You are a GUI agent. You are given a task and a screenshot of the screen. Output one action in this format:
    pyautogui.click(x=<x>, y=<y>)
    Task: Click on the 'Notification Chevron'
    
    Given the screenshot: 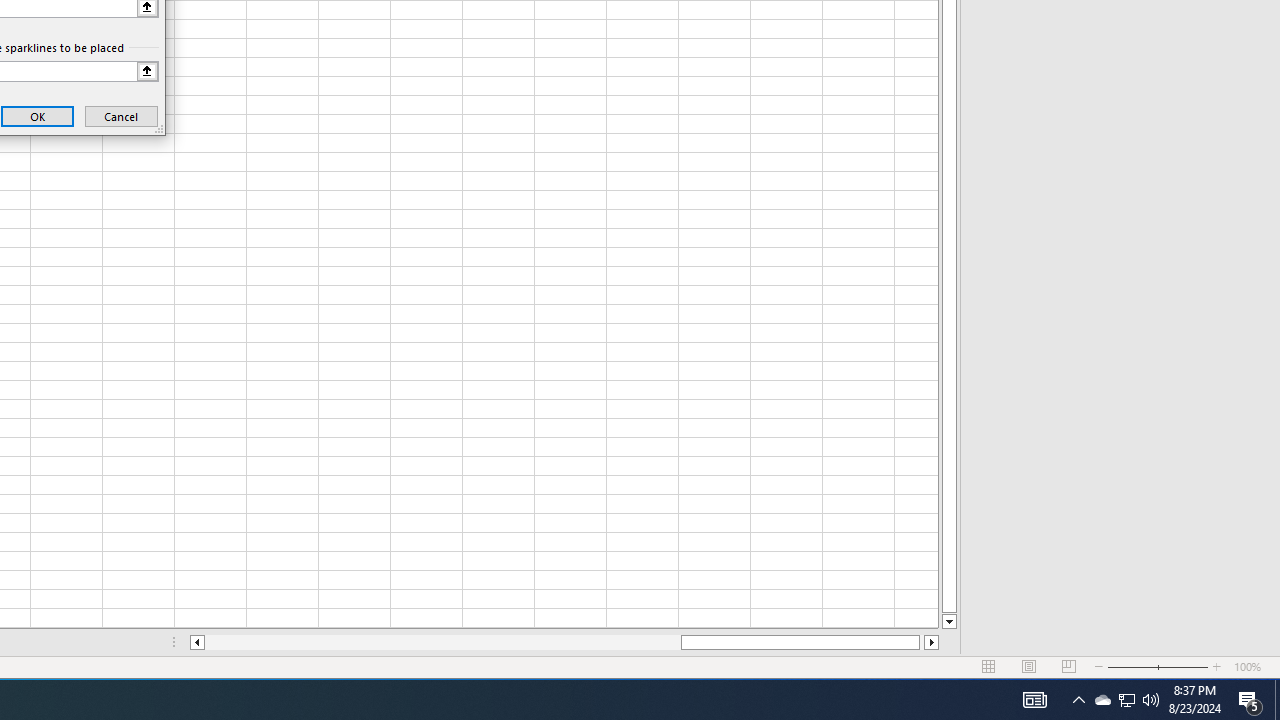 What is the action you would take?
    pyautogui.click(x=1127, y=698)
    